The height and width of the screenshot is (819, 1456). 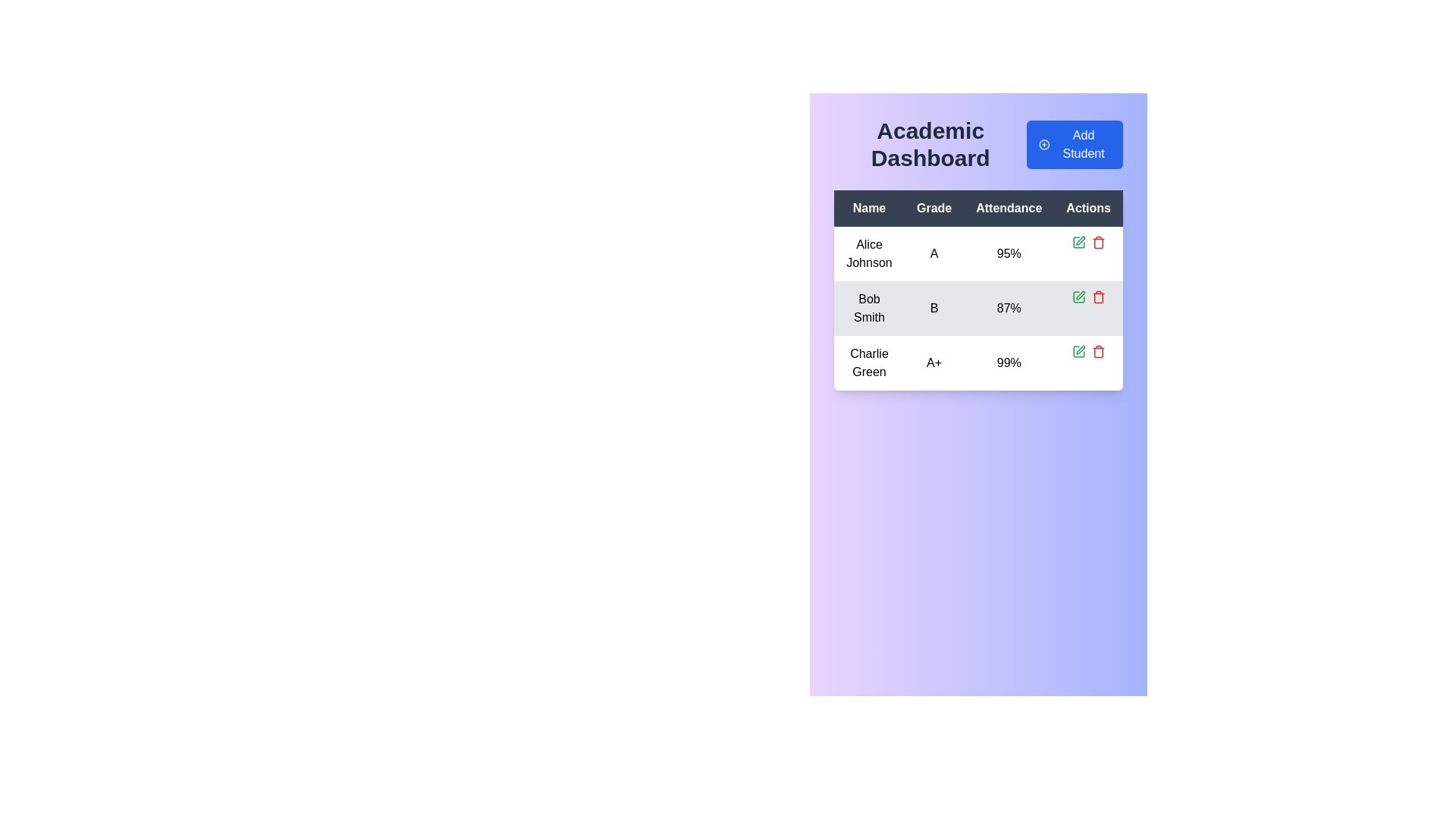 What do you see at coordinates (978, 308) in the screenshot?
I see `the table row corresponding to the user 'Bob Smith' for additional details` at bounding box center [978, 308].